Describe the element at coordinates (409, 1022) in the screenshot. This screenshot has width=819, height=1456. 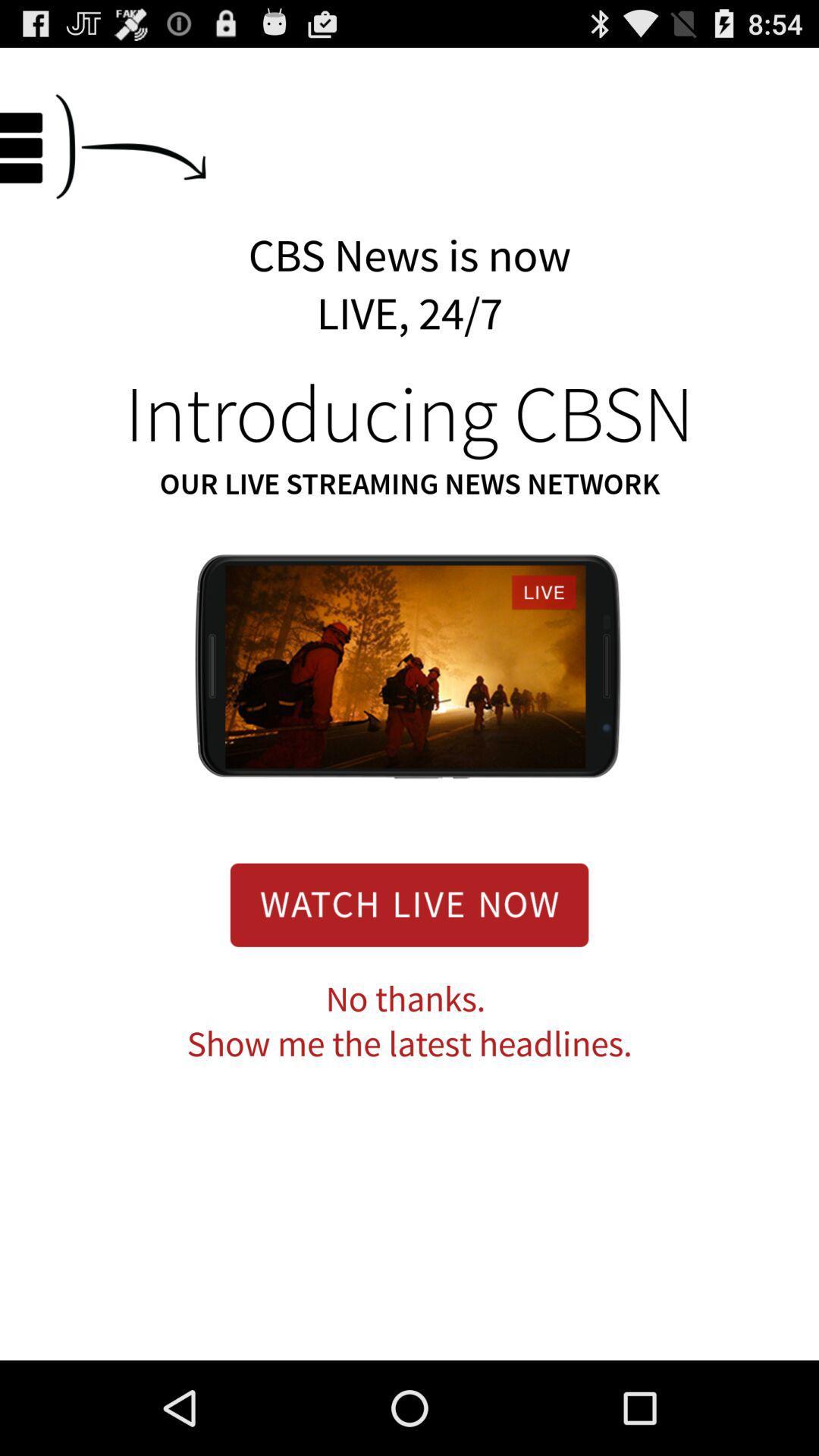
I see `the no thanks show icon` at that location.